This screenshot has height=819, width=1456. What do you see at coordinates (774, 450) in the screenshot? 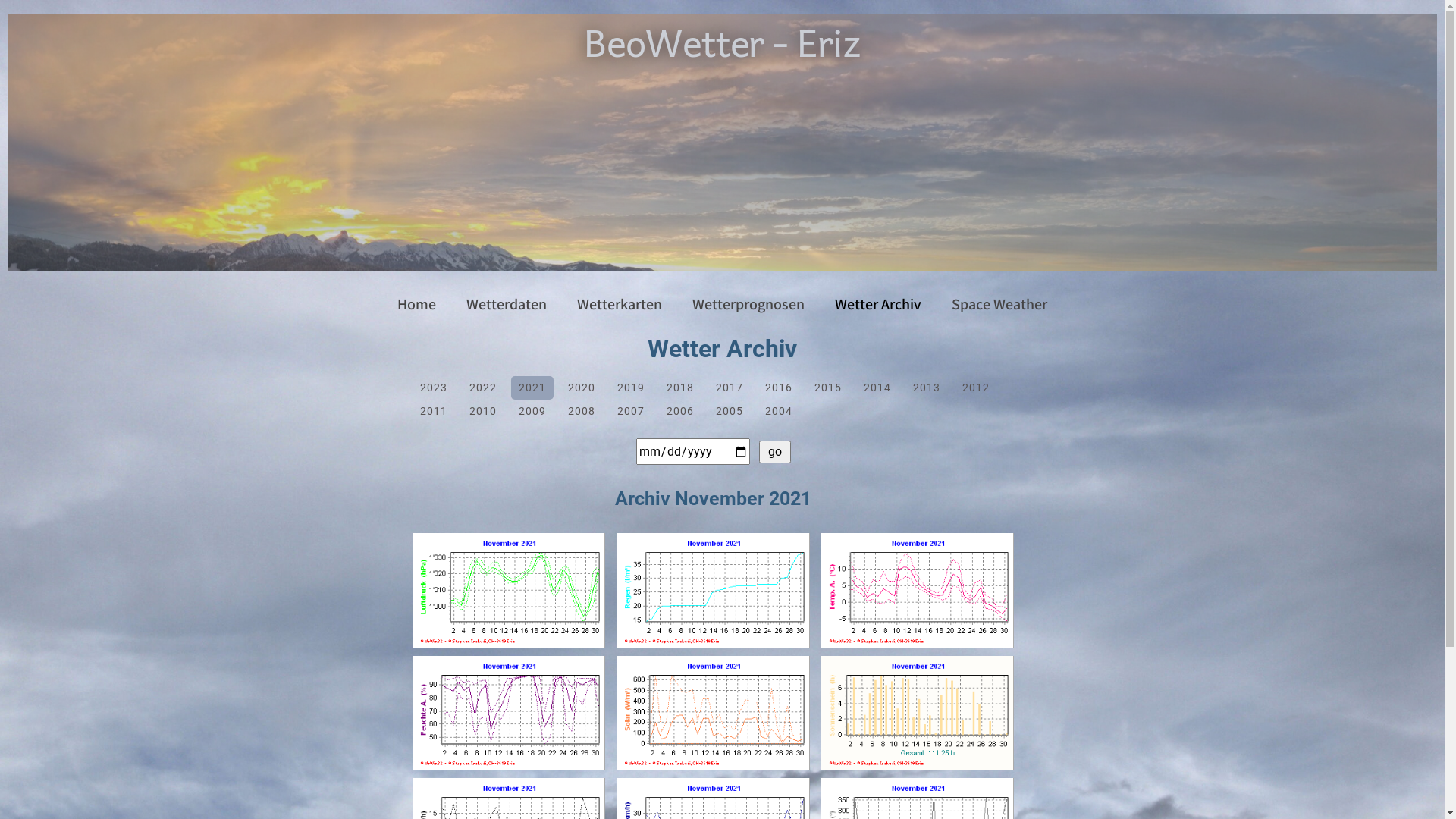
I see `' go '` at bounding box center [774, 450].